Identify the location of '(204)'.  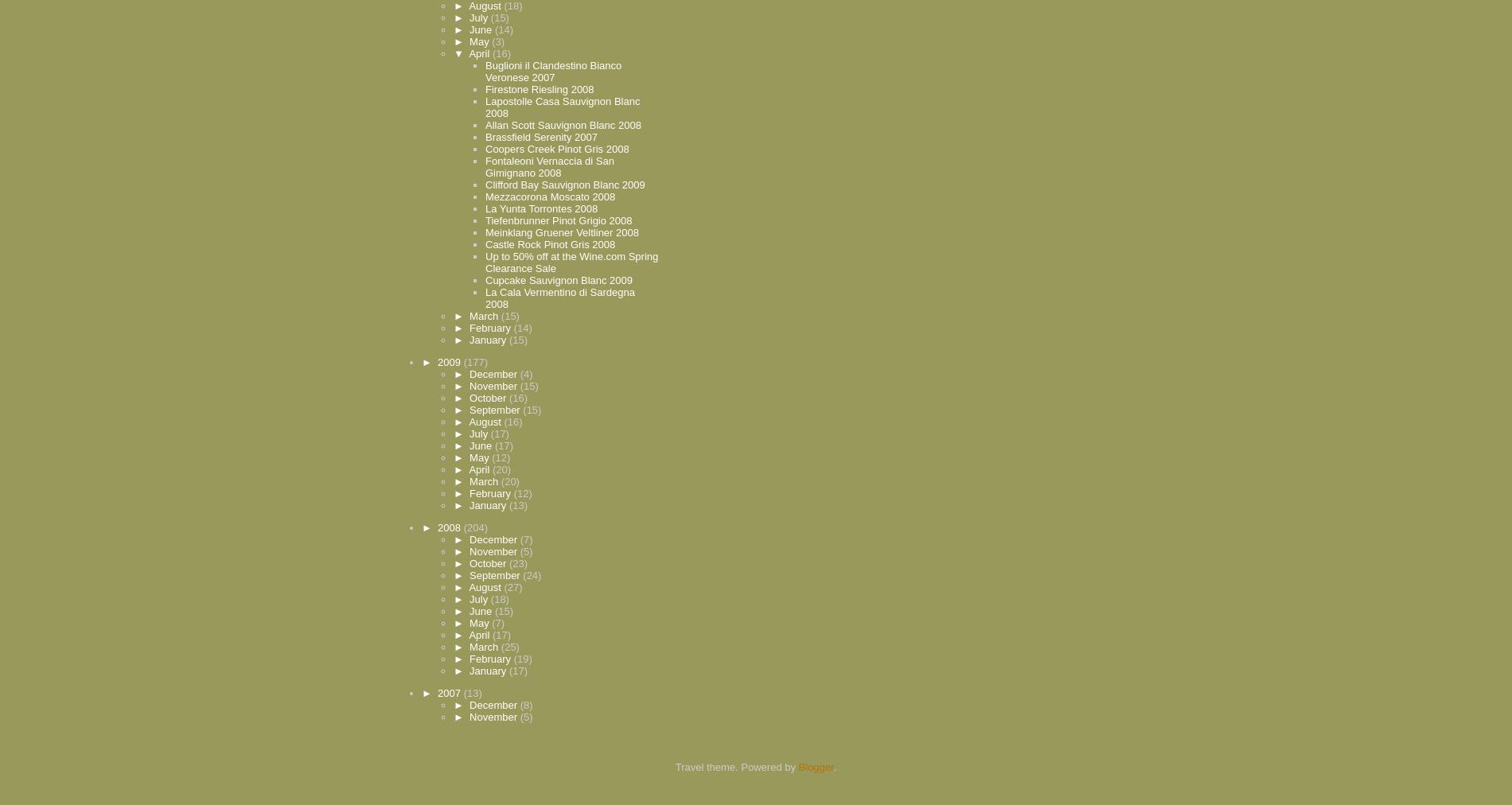
(475, 527).